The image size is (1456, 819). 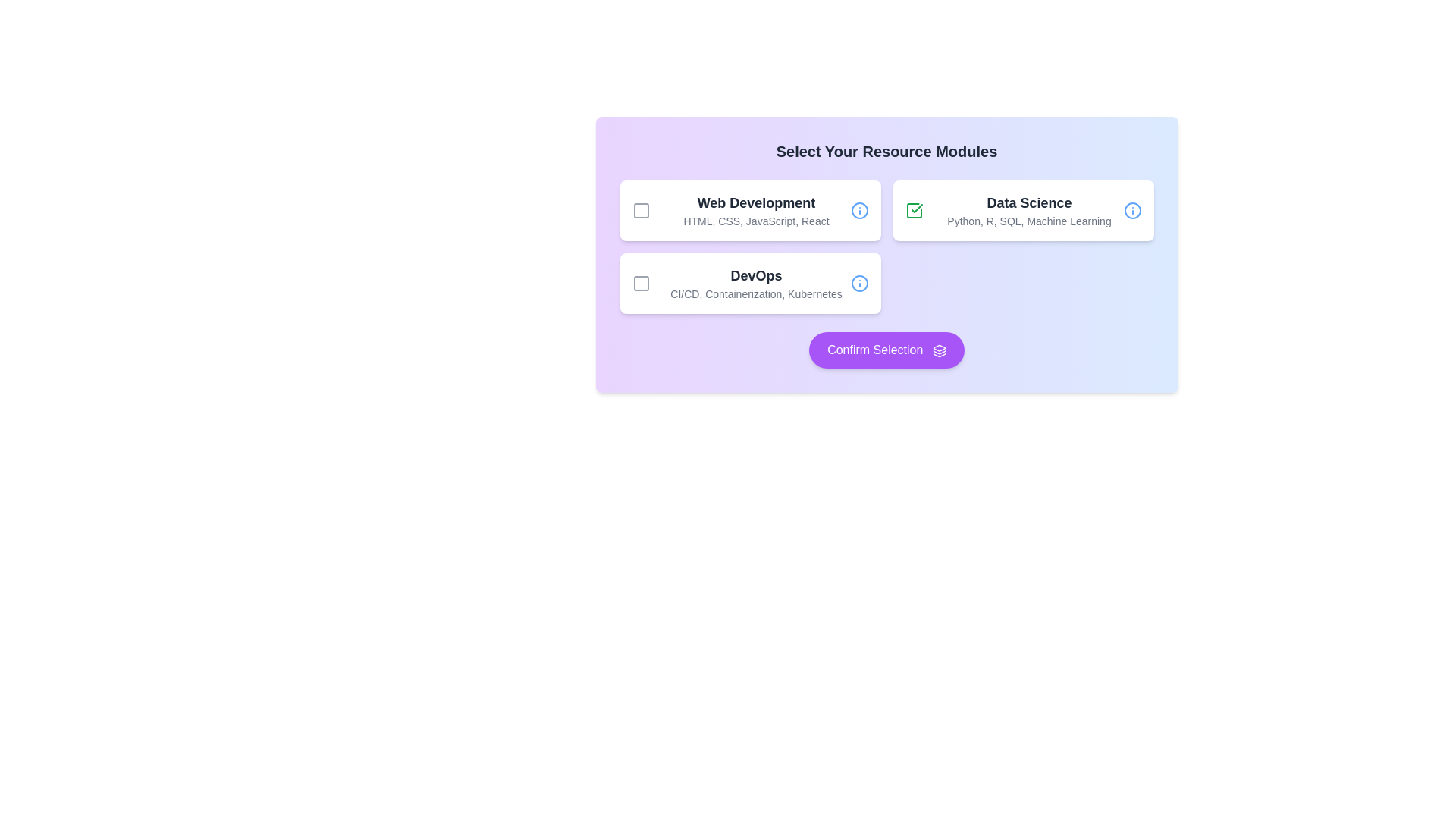 What do you see at coordinates (913, 210) in the screenshot?
I see `the checkbox for selecting the 'Data Science' resource module, which is located to the left of the 'Data Science' label in the second column` at bounding box center [913, 210].